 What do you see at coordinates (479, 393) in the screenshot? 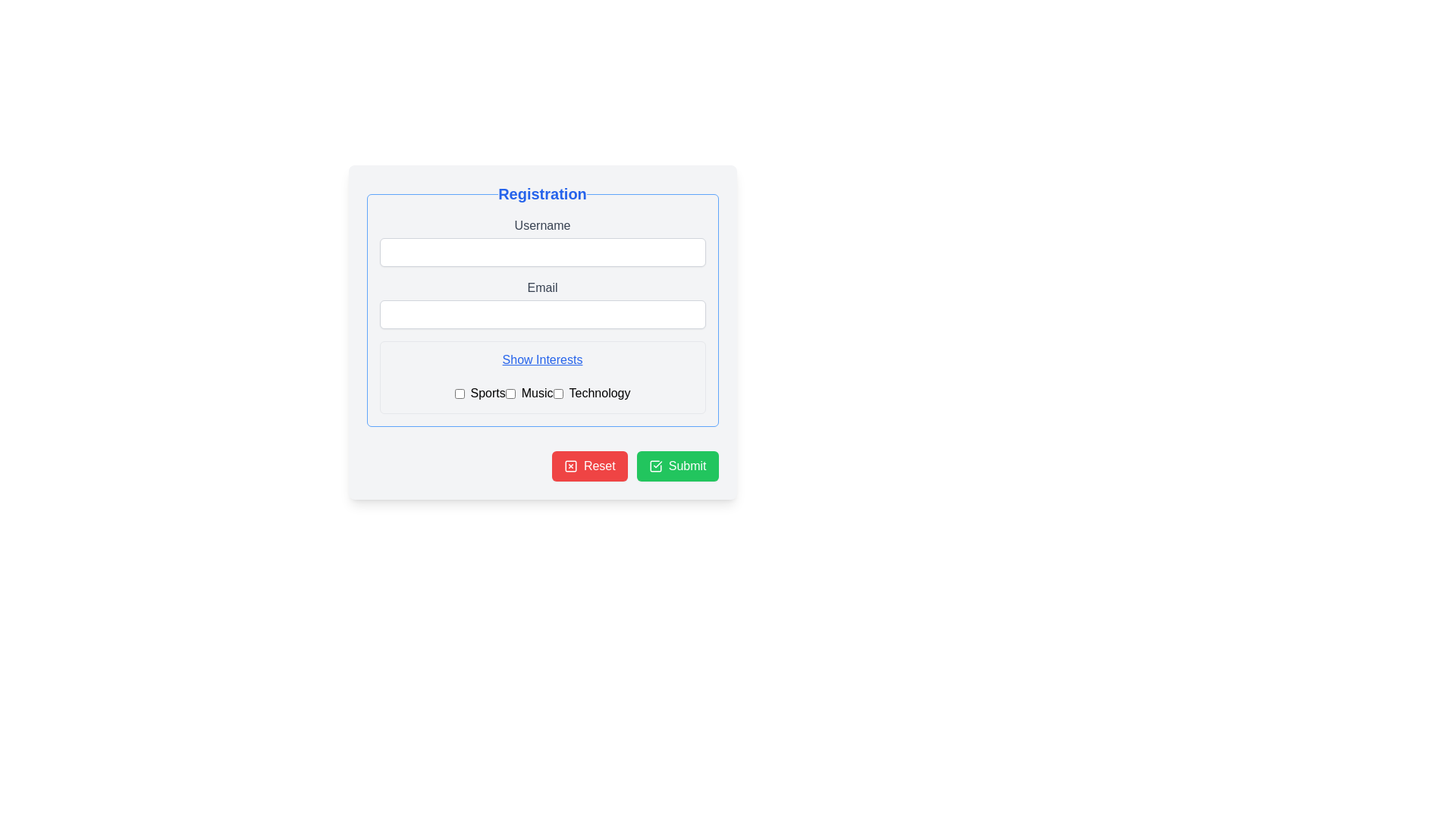
I see `the checkbox next to the 'Sports' label` at bounding box center [479, 393].